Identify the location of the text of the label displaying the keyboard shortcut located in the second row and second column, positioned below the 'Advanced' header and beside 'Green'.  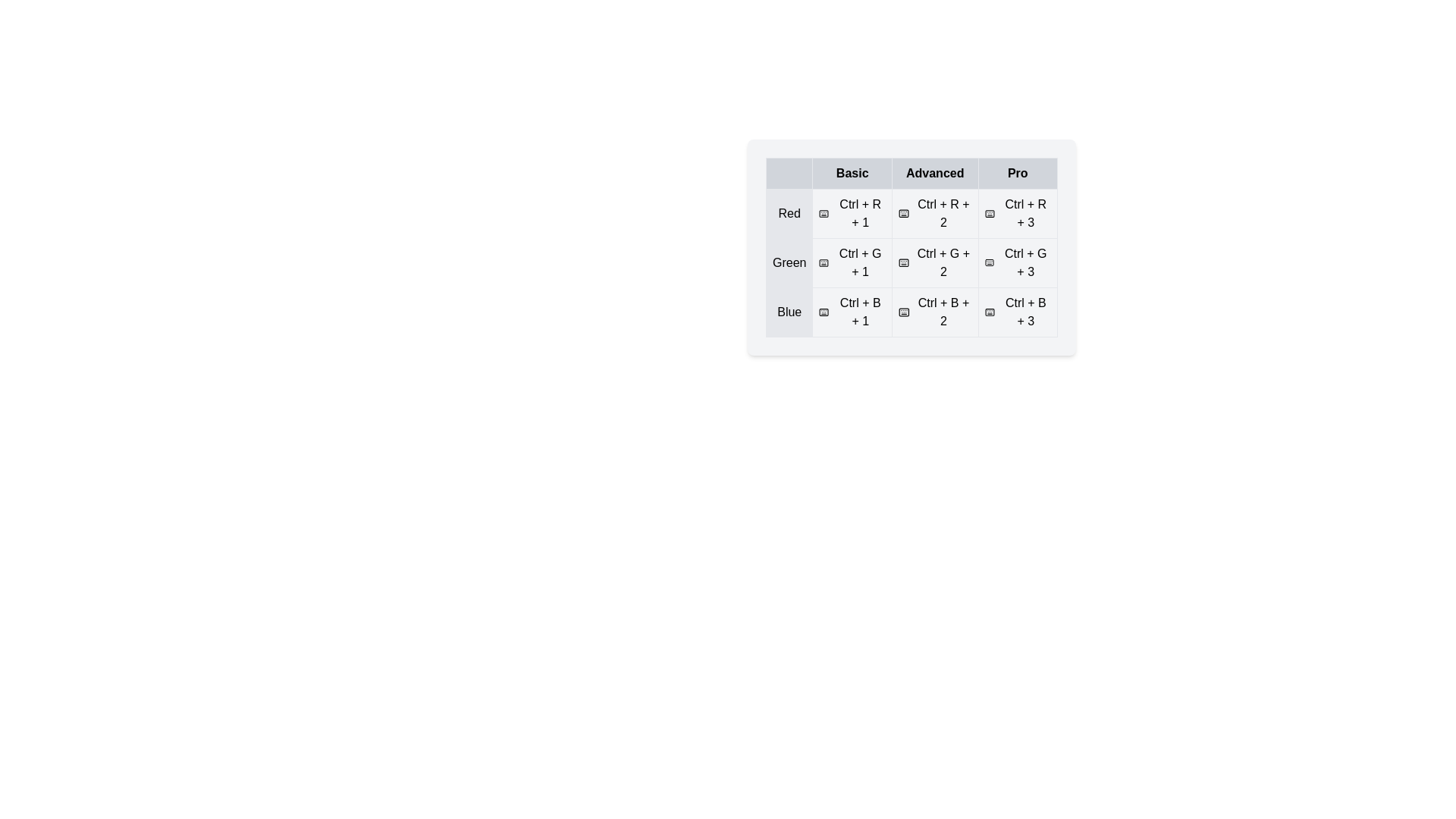
(911, 262).